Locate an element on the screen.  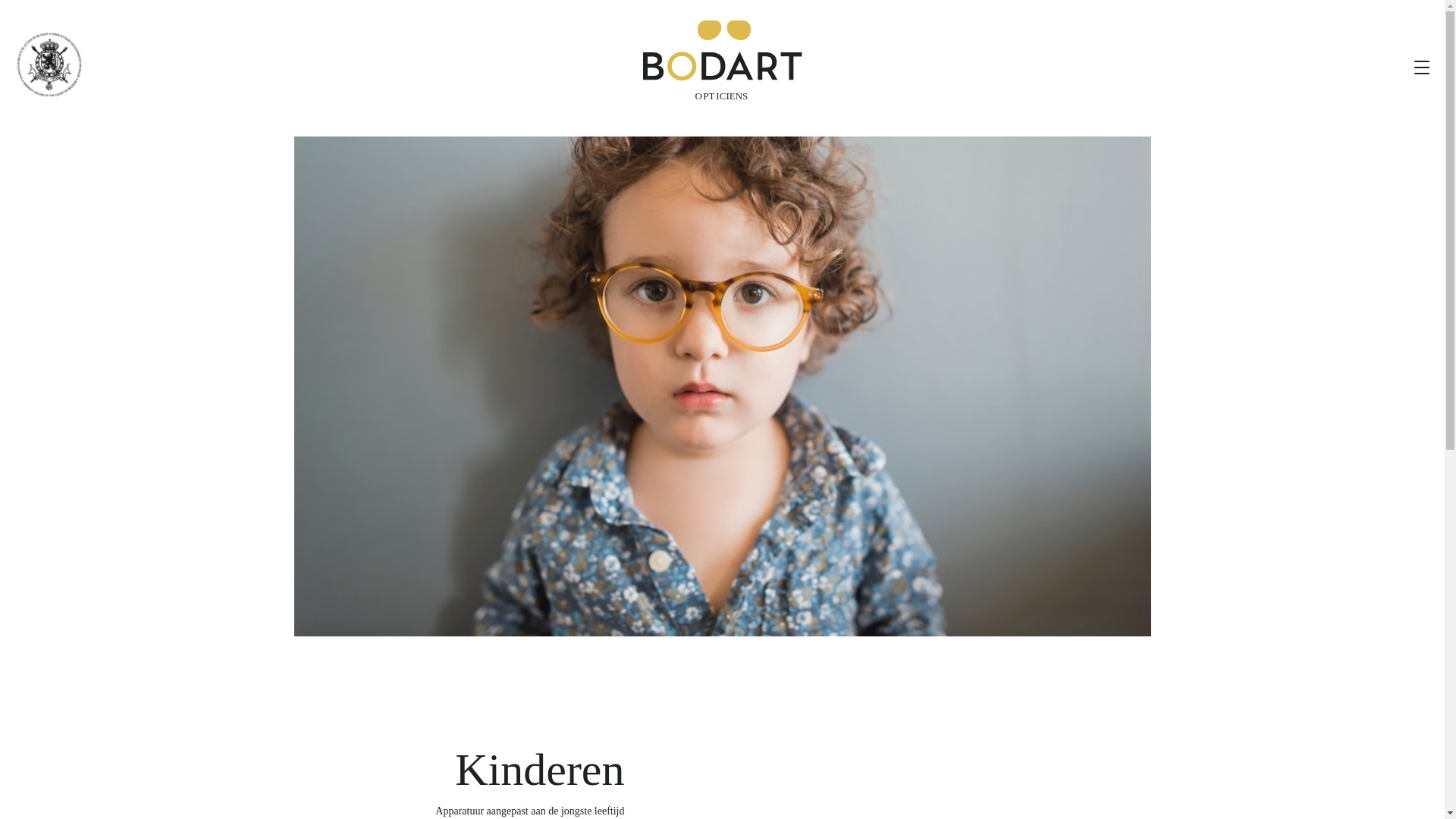
'Bodart Opticiens' is located at coordinates (643, 60).